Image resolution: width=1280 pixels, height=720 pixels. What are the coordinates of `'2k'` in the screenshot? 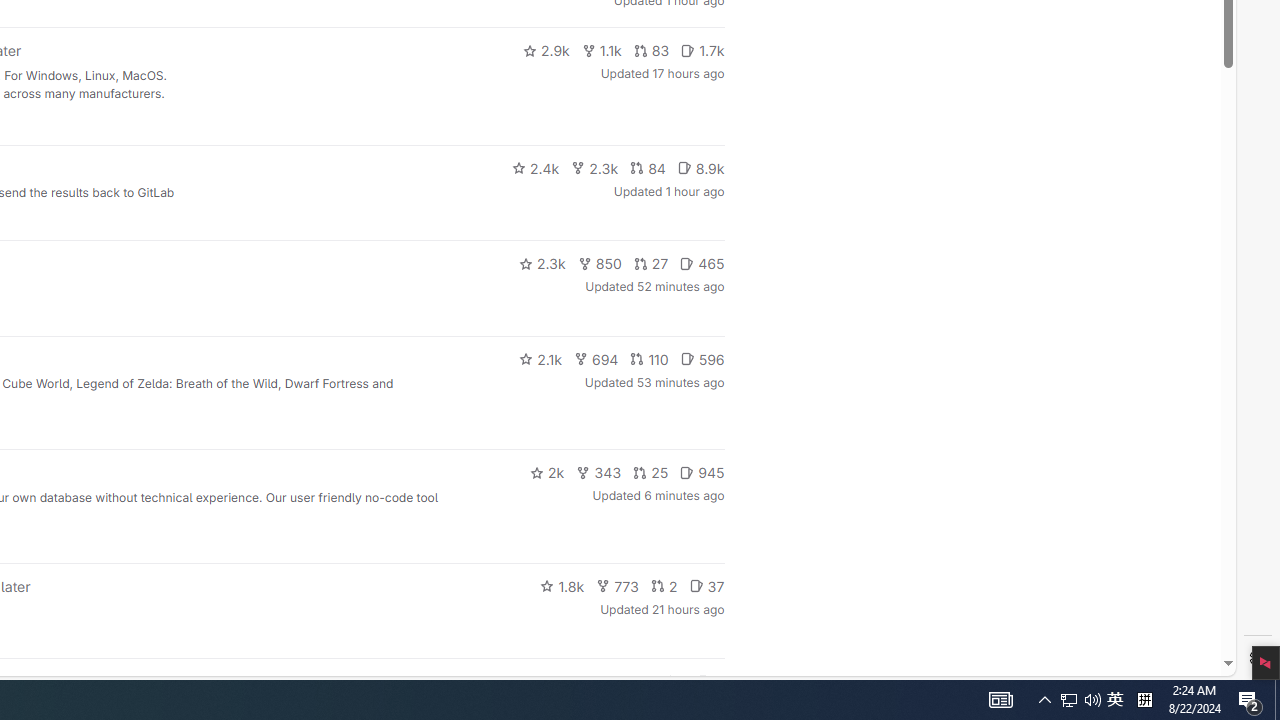 It's located at (546, 473).